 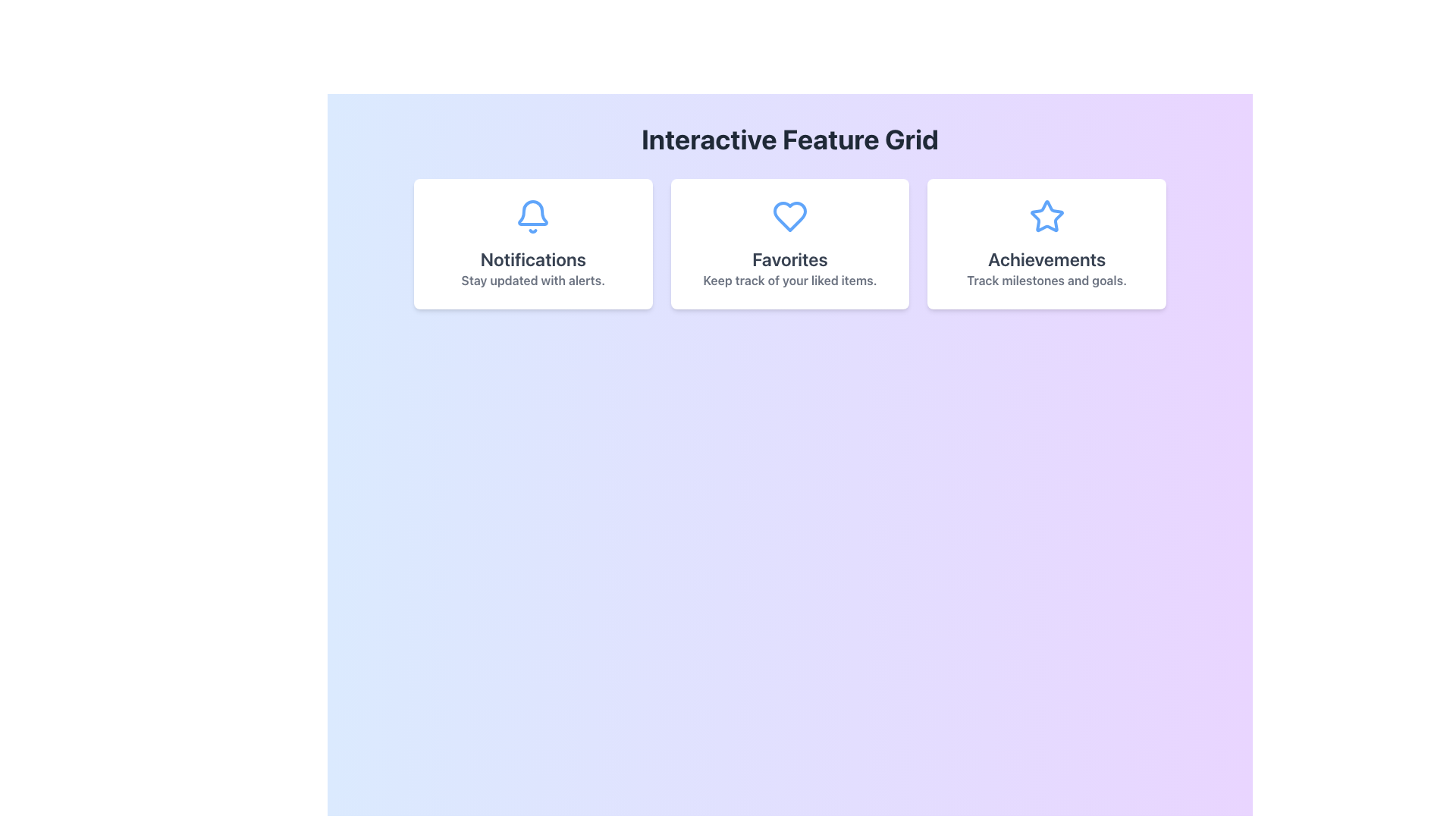 What do you see at coordinates (789, 216) in the screenshot?
I see `or highlight the blue outlined heart icon located within the 'Favorites' card` at bounding box center [789, 216].